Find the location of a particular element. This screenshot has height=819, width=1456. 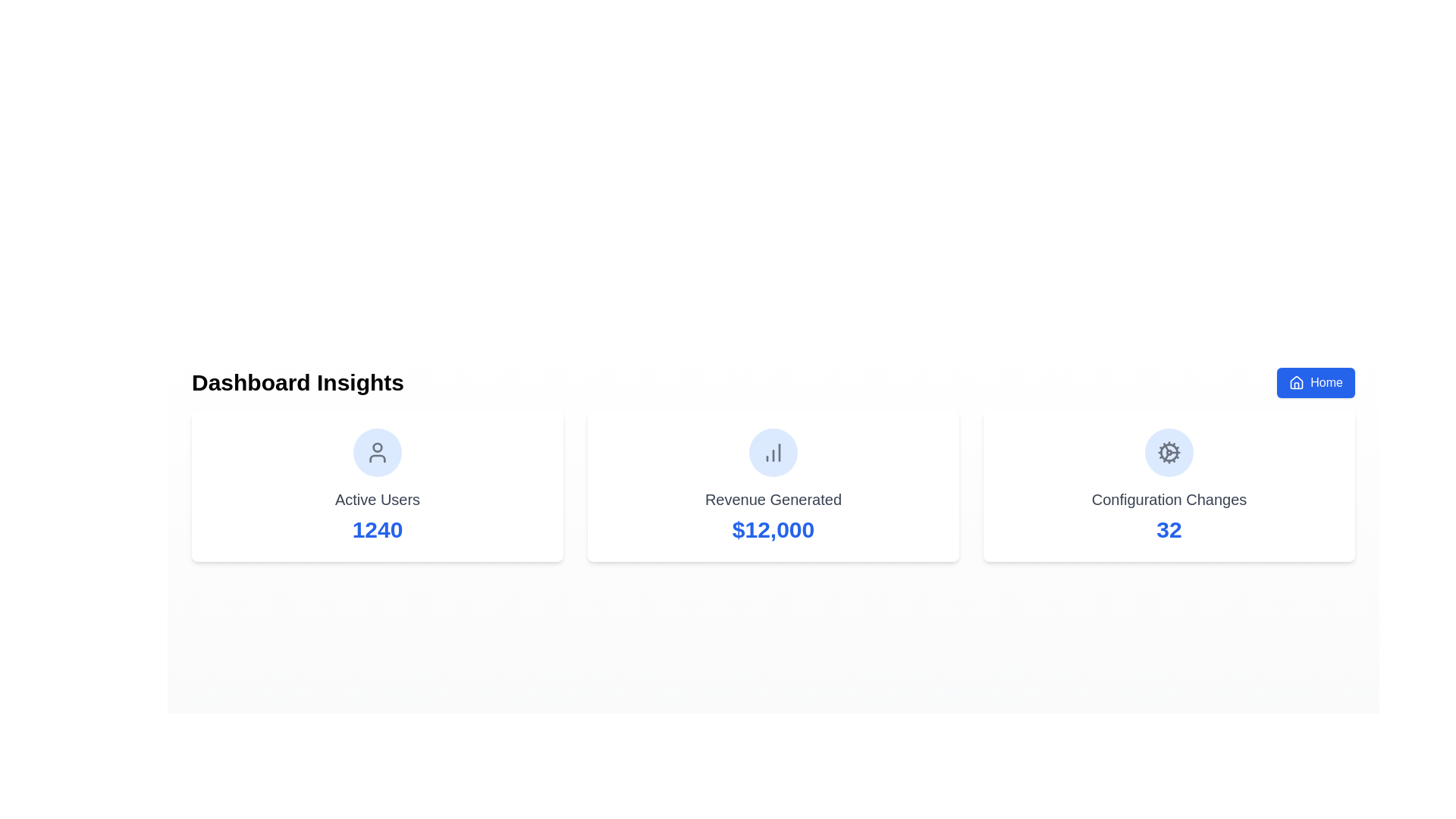

the Text label displaying '$12,000' in large, bold, blue font, located under the 'Revenue Generated' heading in a card layout is located at coordinates (773, 529).